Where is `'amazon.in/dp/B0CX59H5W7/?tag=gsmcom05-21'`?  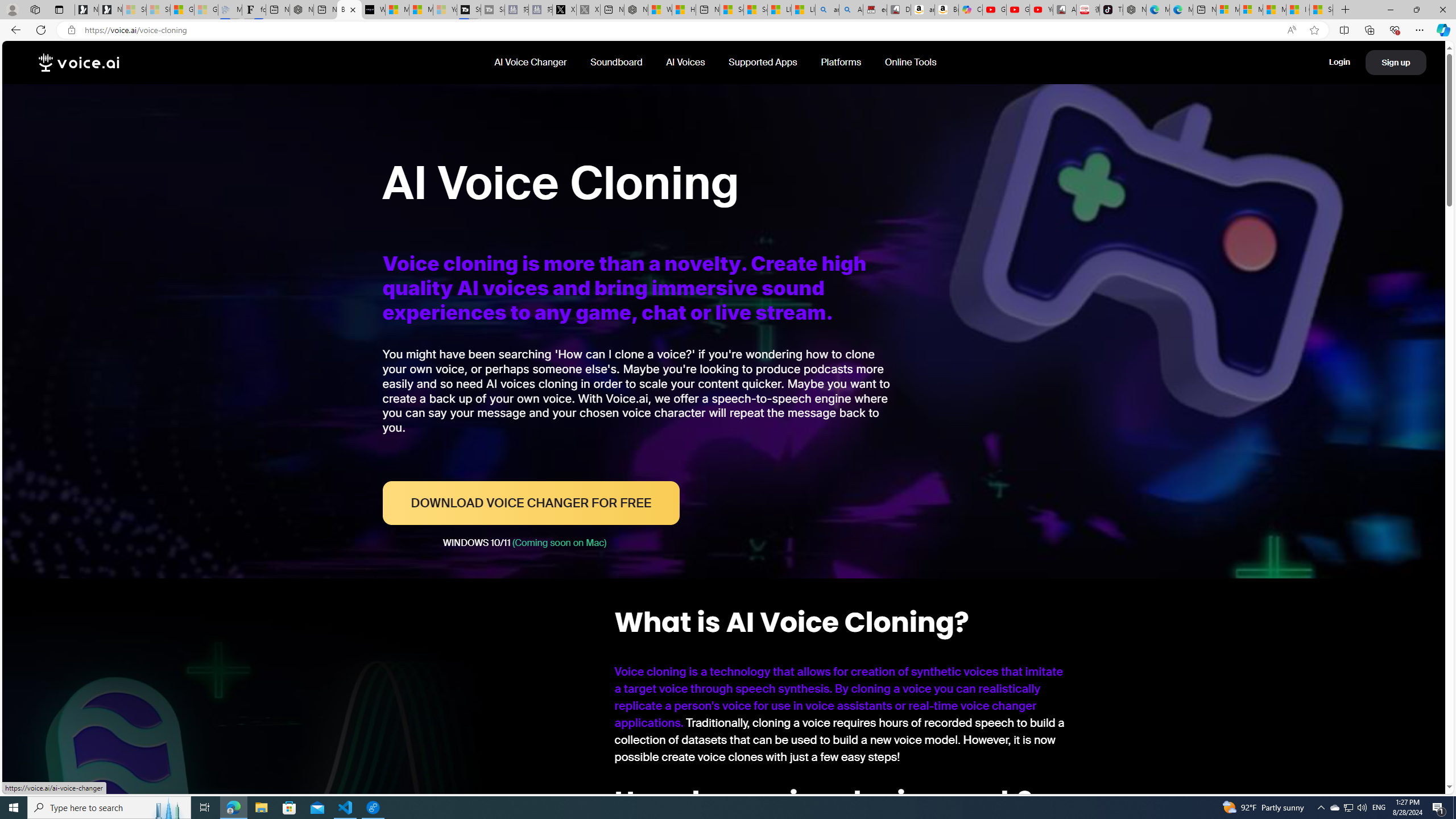
'amazon.in/dp/B0CX59H5W7/?tag=gsmcom05-21' is located at coordinates (922, 9).